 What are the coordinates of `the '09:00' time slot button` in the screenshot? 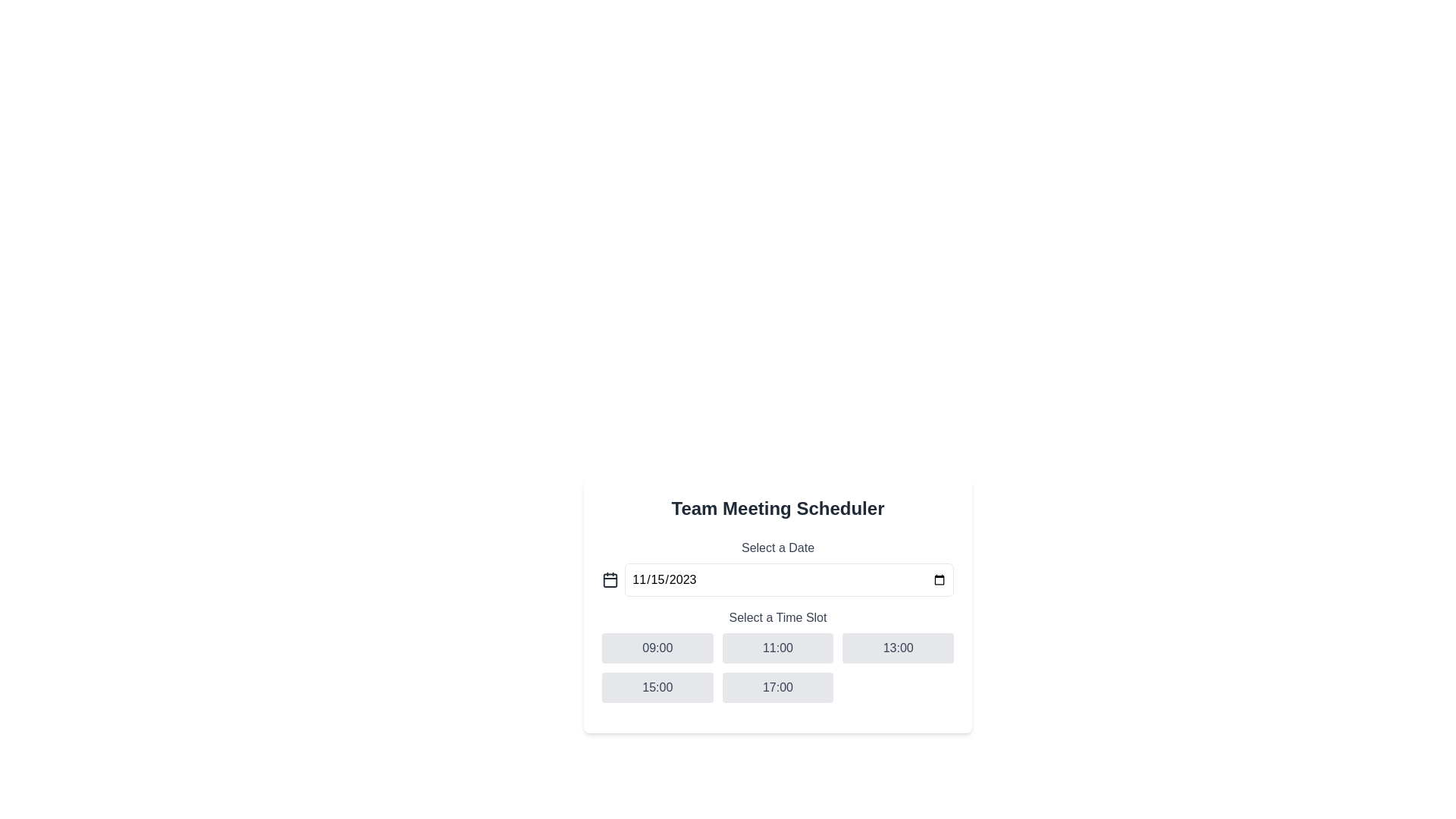 It's located at (657, 648).